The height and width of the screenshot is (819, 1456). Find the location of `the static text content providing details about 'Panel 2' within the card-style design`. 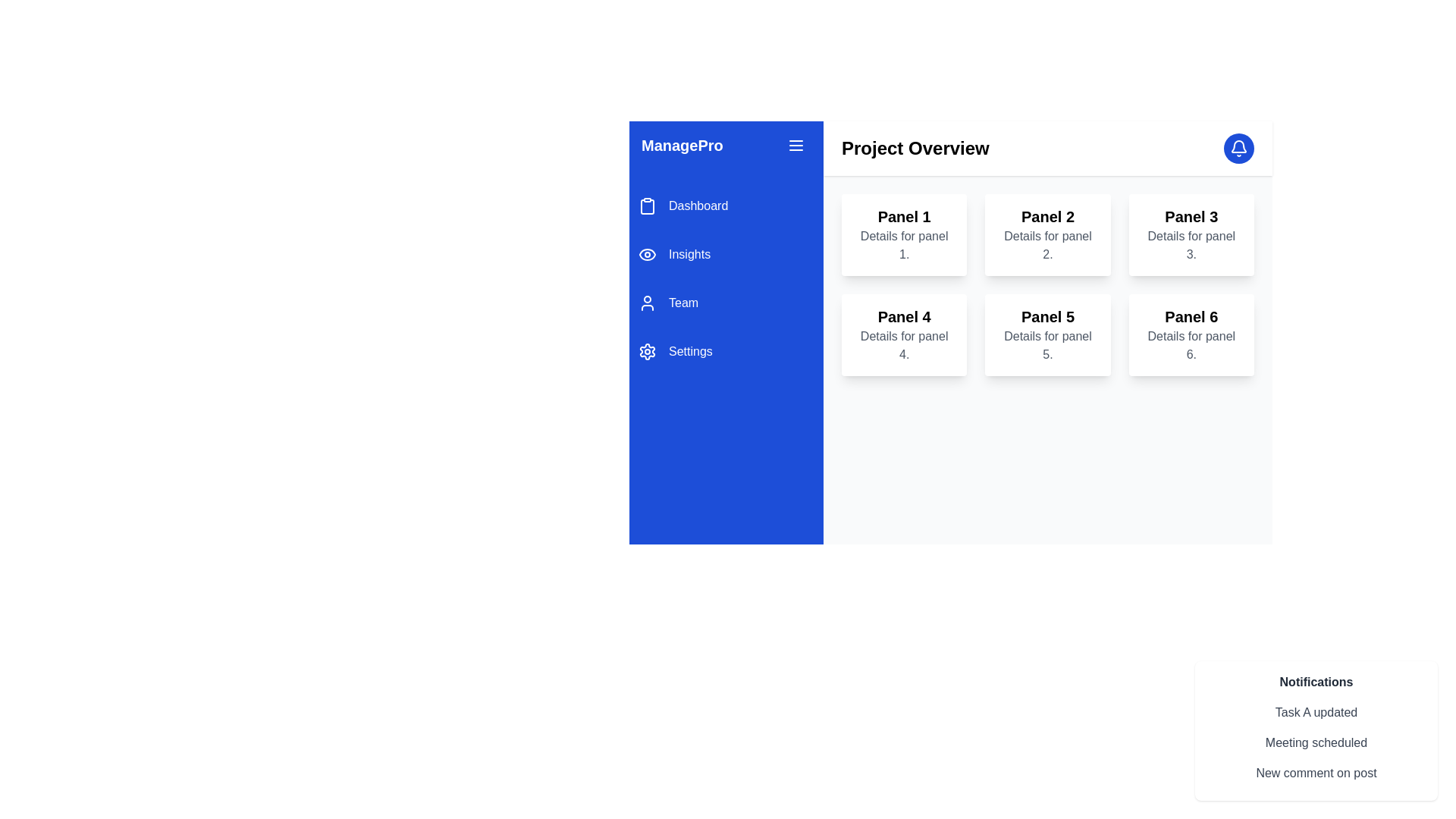

the static text content providing details about 'Panel 2' within the card-style design is located at coordinates (1047, 245).